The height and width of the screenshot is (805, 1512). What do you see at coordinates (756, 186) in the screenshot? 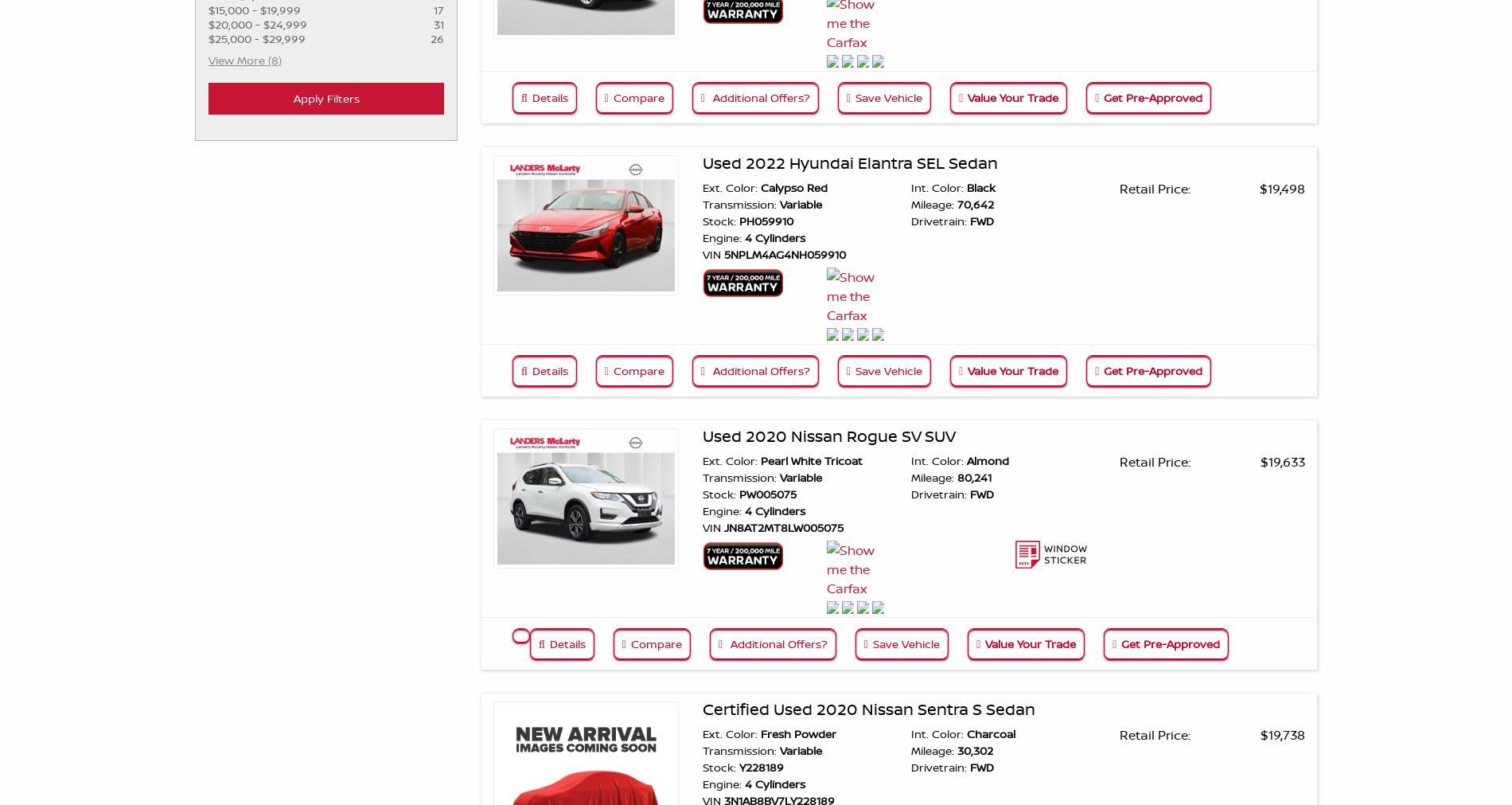
I see `'Calypso Red'` at bounding box center [756, 186].